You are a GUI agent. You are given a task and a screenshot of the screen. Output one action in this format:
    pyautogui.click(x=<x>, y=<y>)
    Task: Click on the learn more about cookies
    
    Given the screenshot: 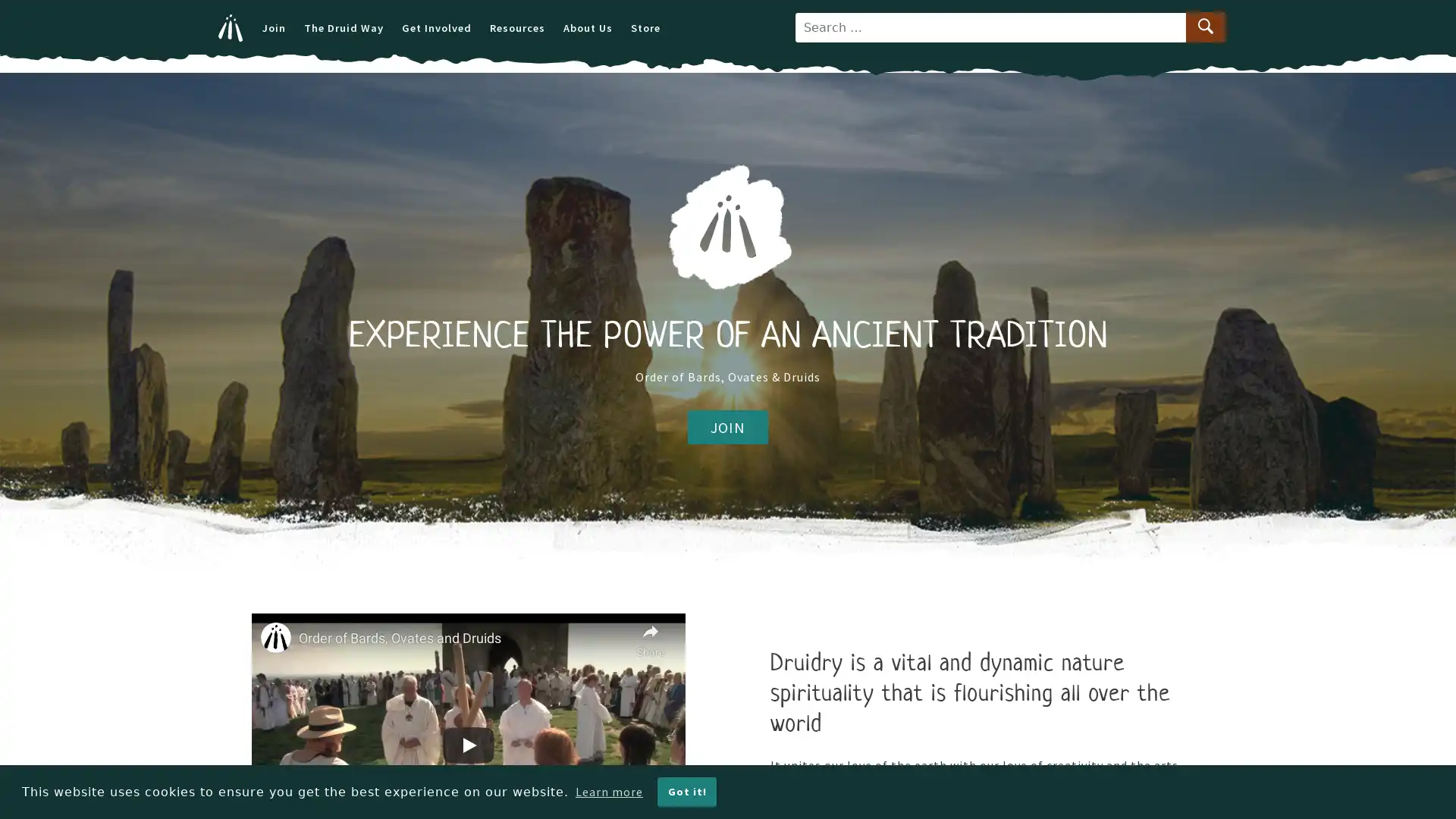 What is the action you would take?
    pyautogui.click(x=608, y=791)
    